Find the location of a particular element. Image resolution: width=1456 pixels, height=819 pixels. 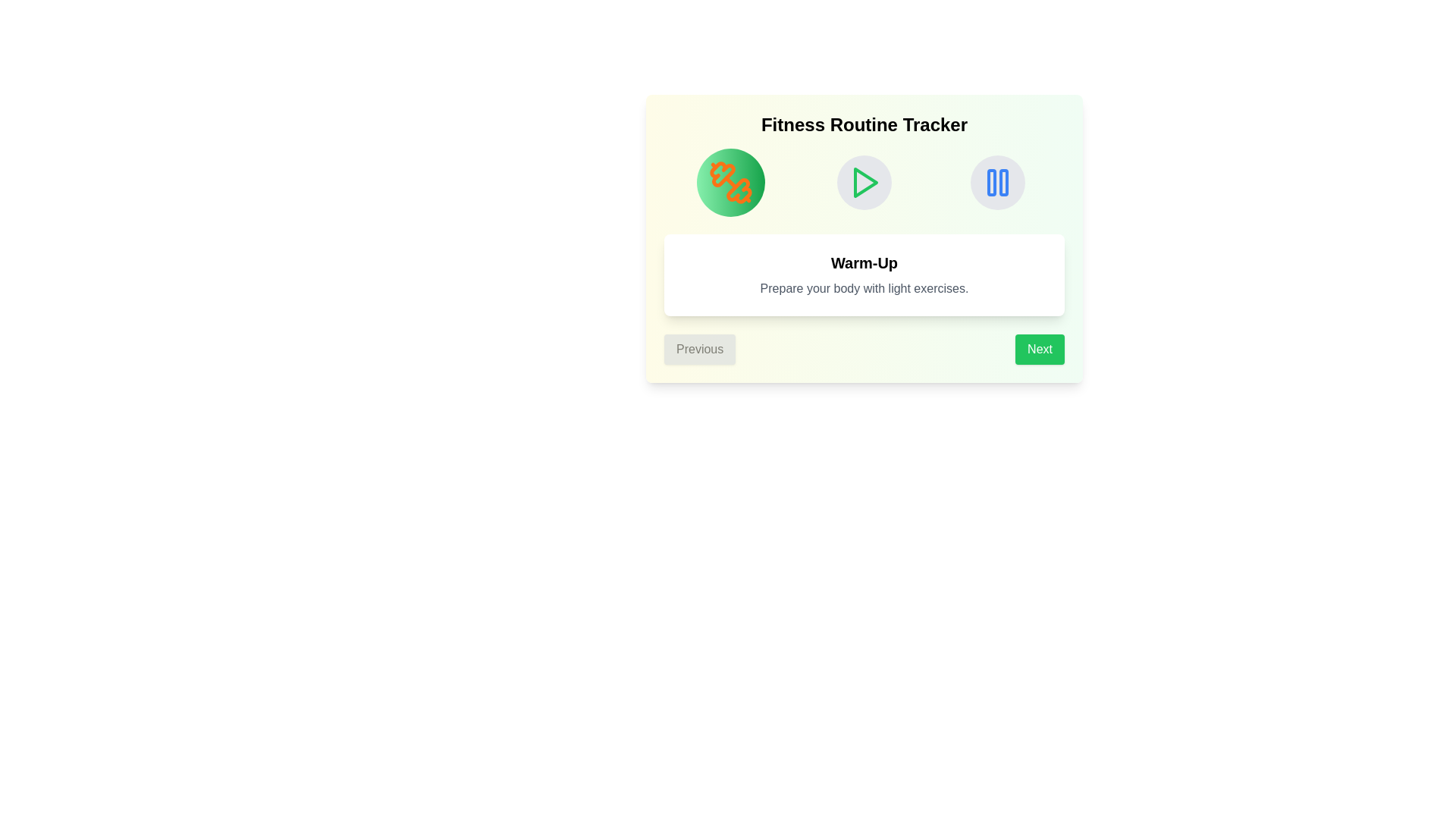

the icon representing the Cool Down step is located at coordinates (997, 181).